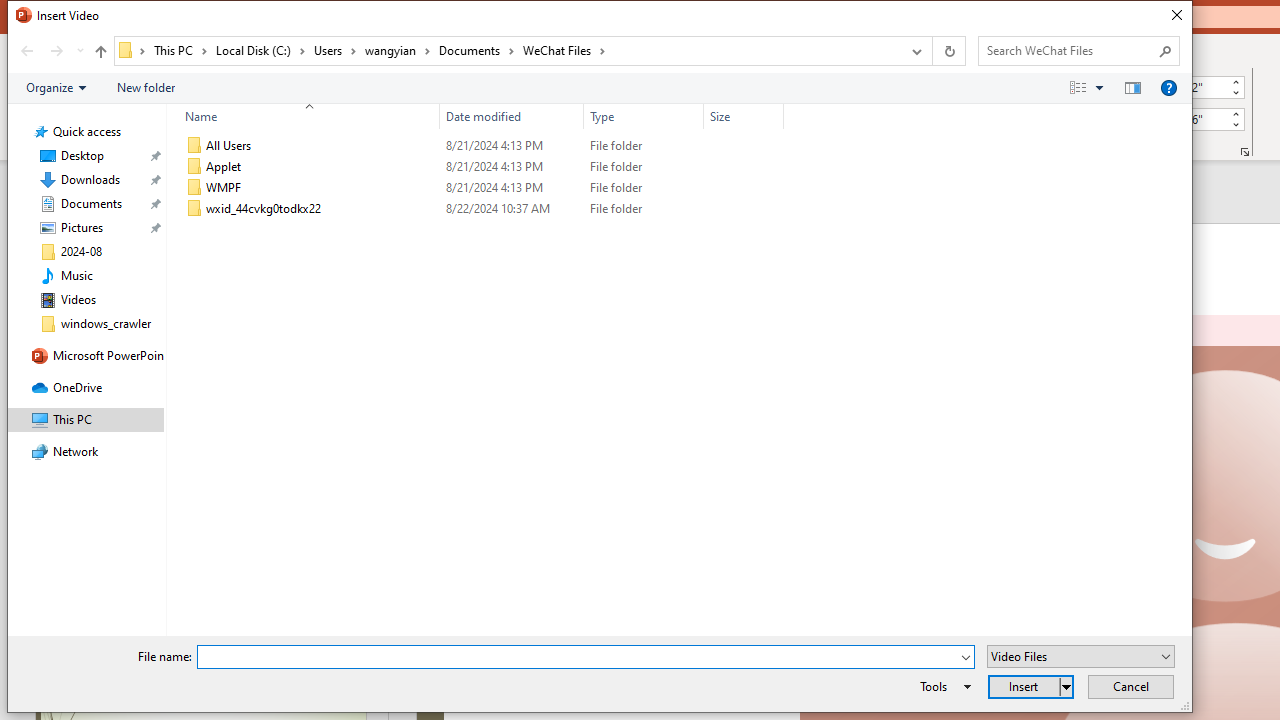 This screenshot has height=720, width=1280. Describe the element at coordinates (100, 53) in the screenshot. I see `'Up band toolbar'` at that location.